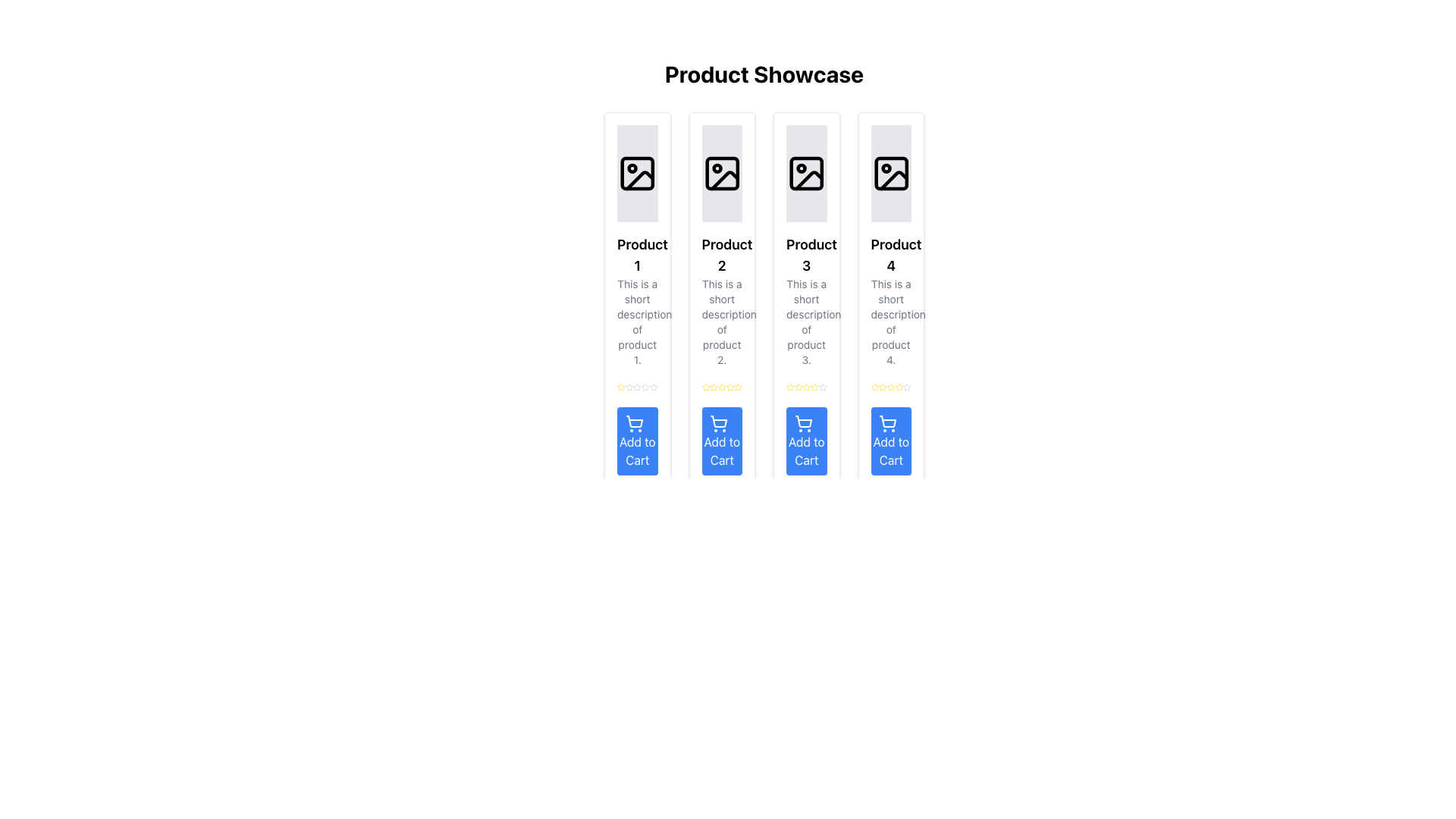  Describe the element at coordinates (637, 172) in the screenshot. I see `the decorative vector graphic element located in the first product's image slot of the product showcase grid for 'Product 1'` at that location.